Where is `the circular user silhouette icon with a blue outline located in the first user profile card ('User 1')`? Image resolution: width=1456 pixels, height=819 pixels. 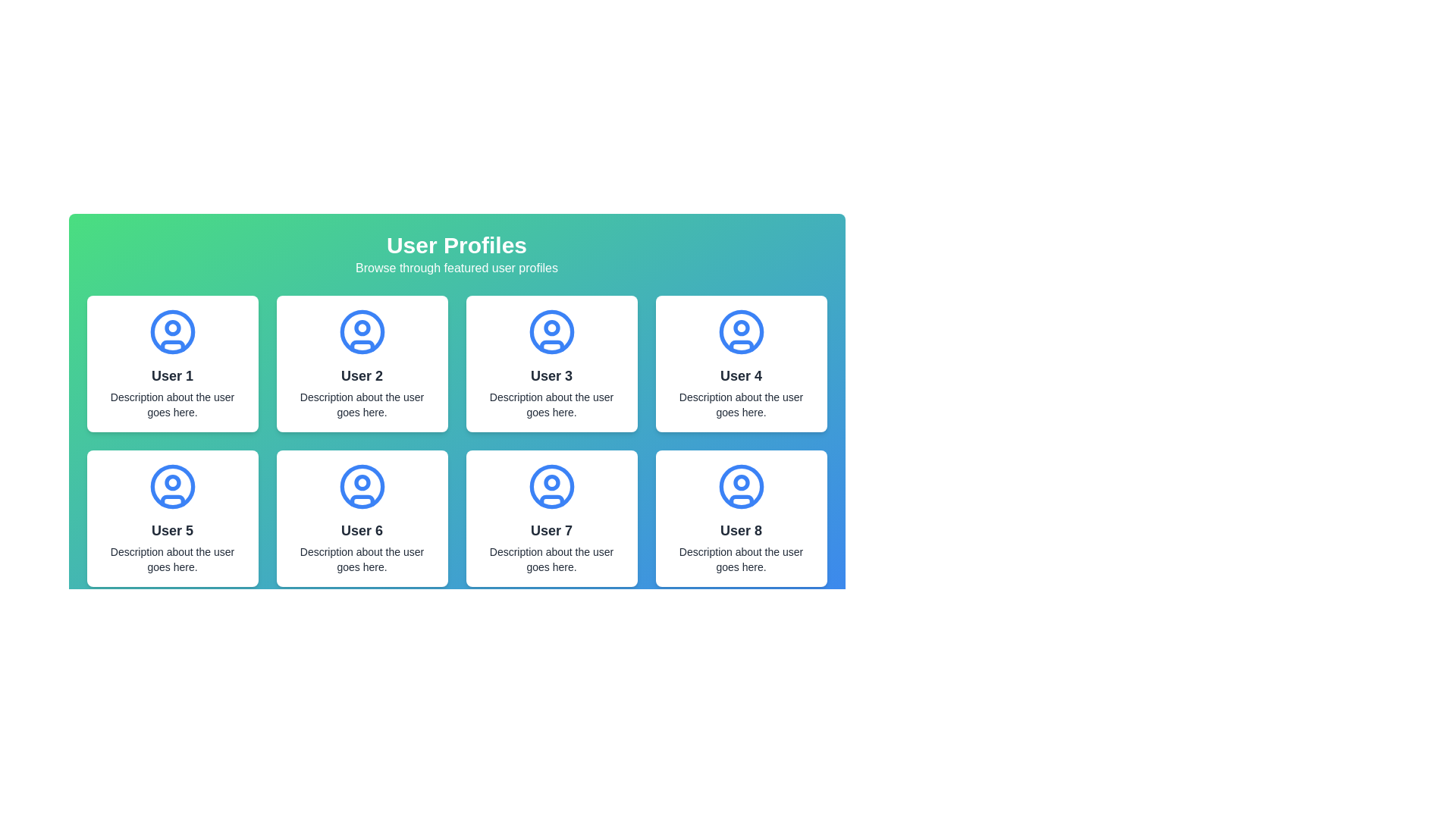 the circular user silhouette icon with a blue outline located in the first user profile card ('User 1') is located at coordinates (172, 331).